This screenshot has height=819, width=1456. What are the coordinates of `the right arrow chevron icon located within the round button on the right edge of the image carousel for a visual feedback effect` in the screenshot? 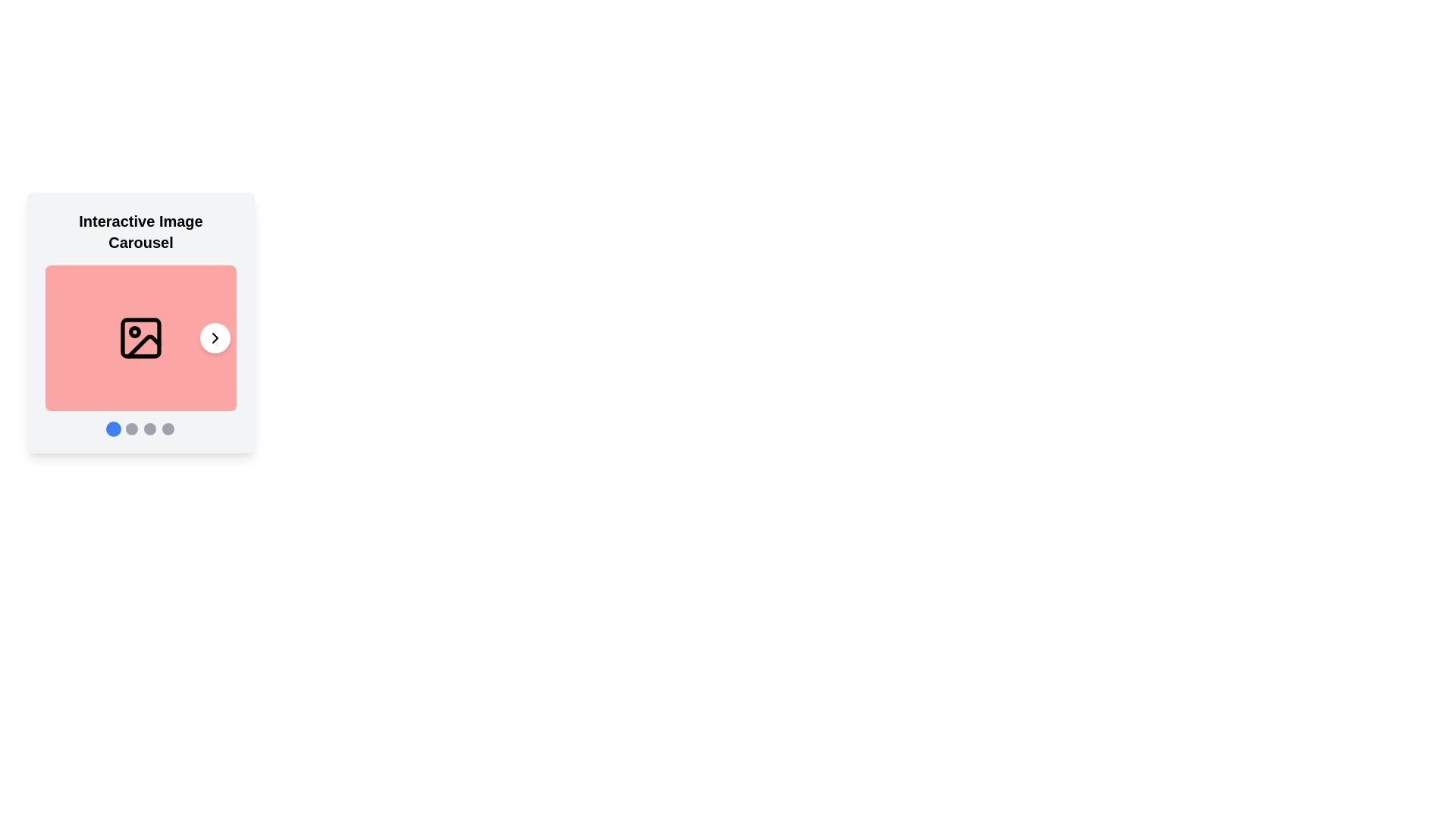 It's located at (214, 337).